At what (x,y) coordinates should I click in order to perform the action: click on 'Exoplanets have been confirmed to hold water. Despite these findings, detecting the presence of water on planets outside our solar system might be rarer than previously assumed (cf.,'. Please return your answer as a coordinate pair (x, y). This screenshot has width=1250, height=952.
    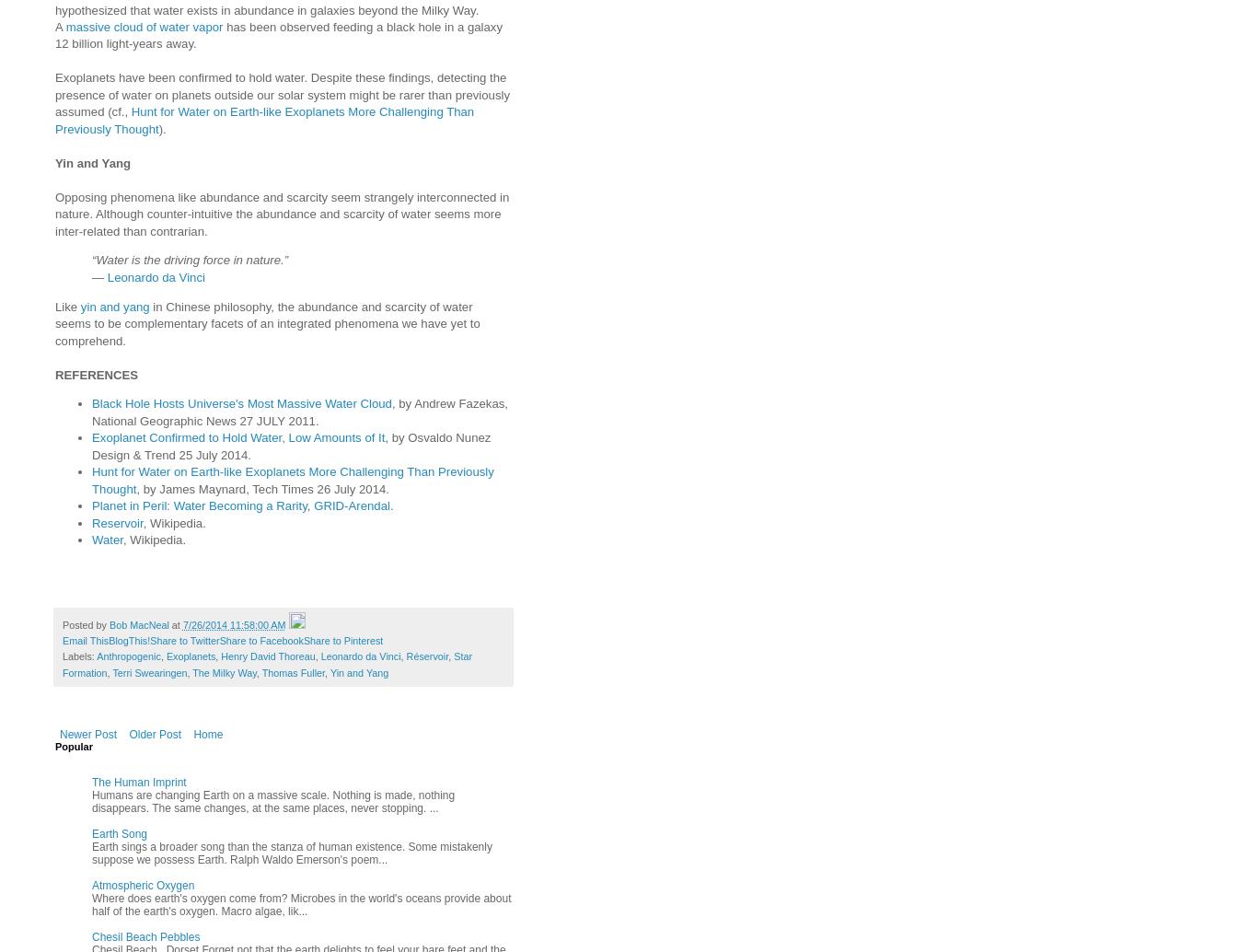
    Looking at the image, I should click on (55, 94).